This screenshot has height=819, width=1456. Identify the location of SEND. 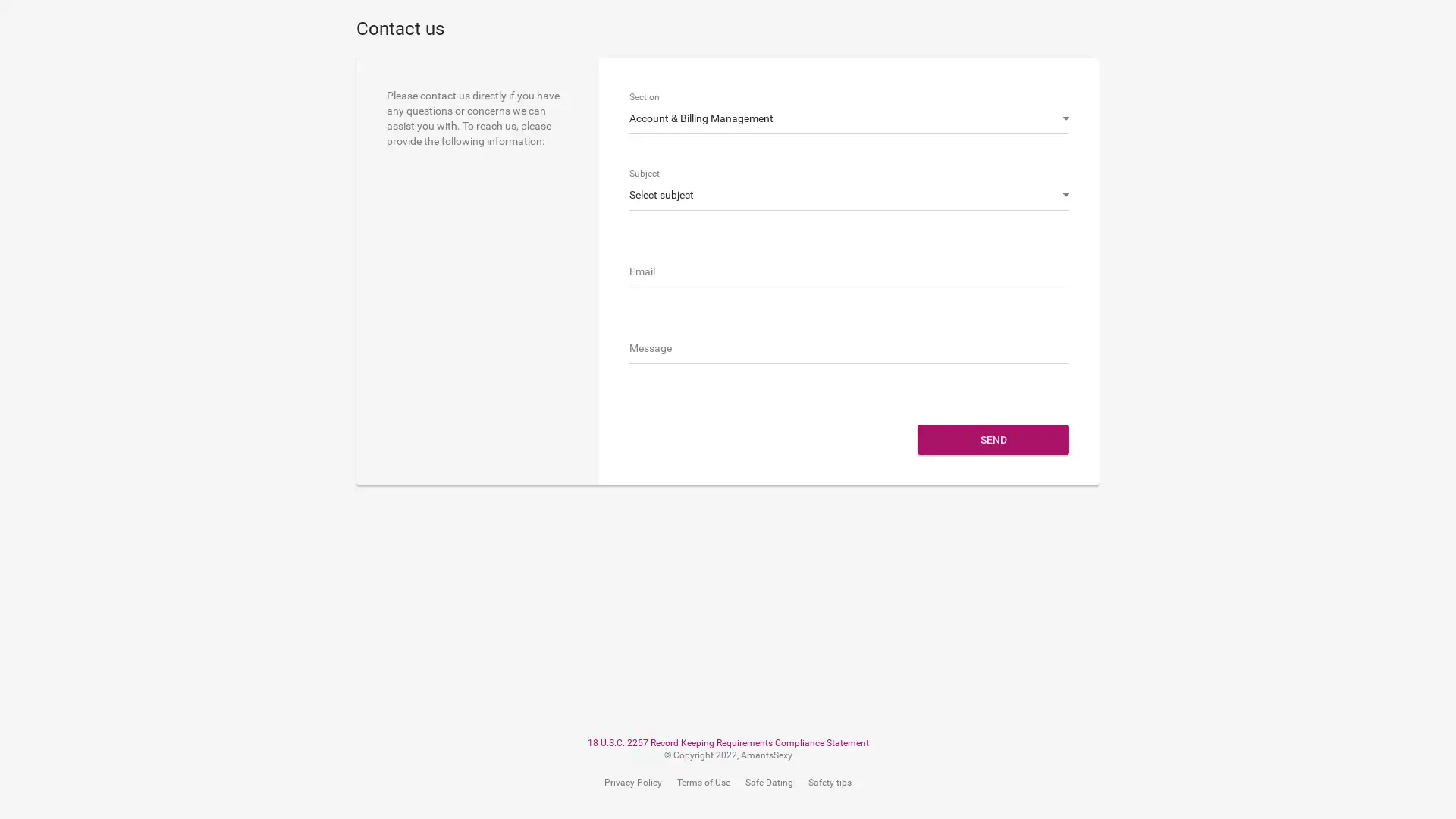
(993, 499).